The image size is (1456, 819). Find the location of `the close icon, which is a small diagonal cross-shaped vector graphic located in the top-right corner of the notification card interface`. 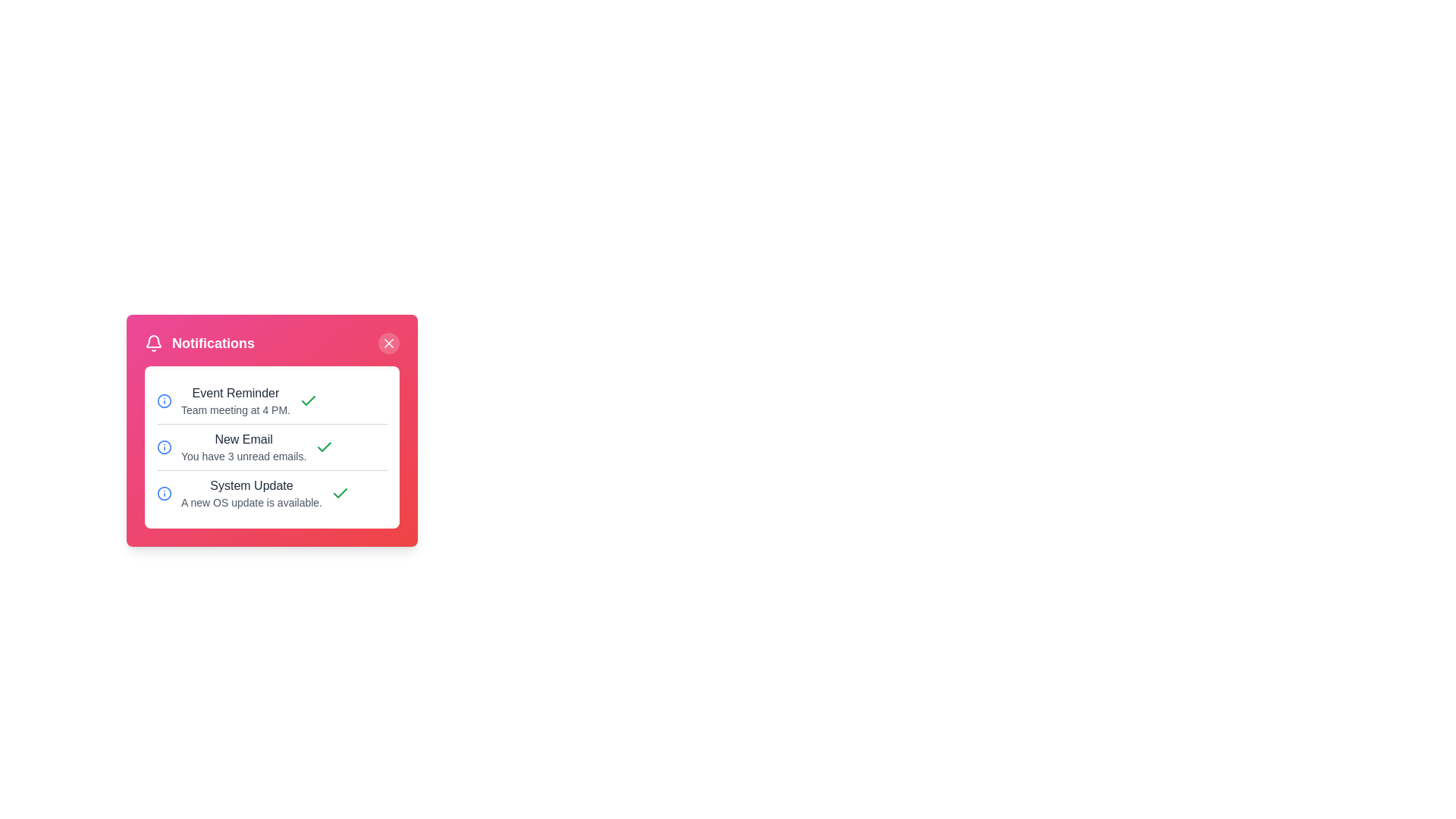

the close icon, which is a small diagonal cross-shaped vector graphic located in the top-right corner of the notification card interface is located at coordinates (389, 343).